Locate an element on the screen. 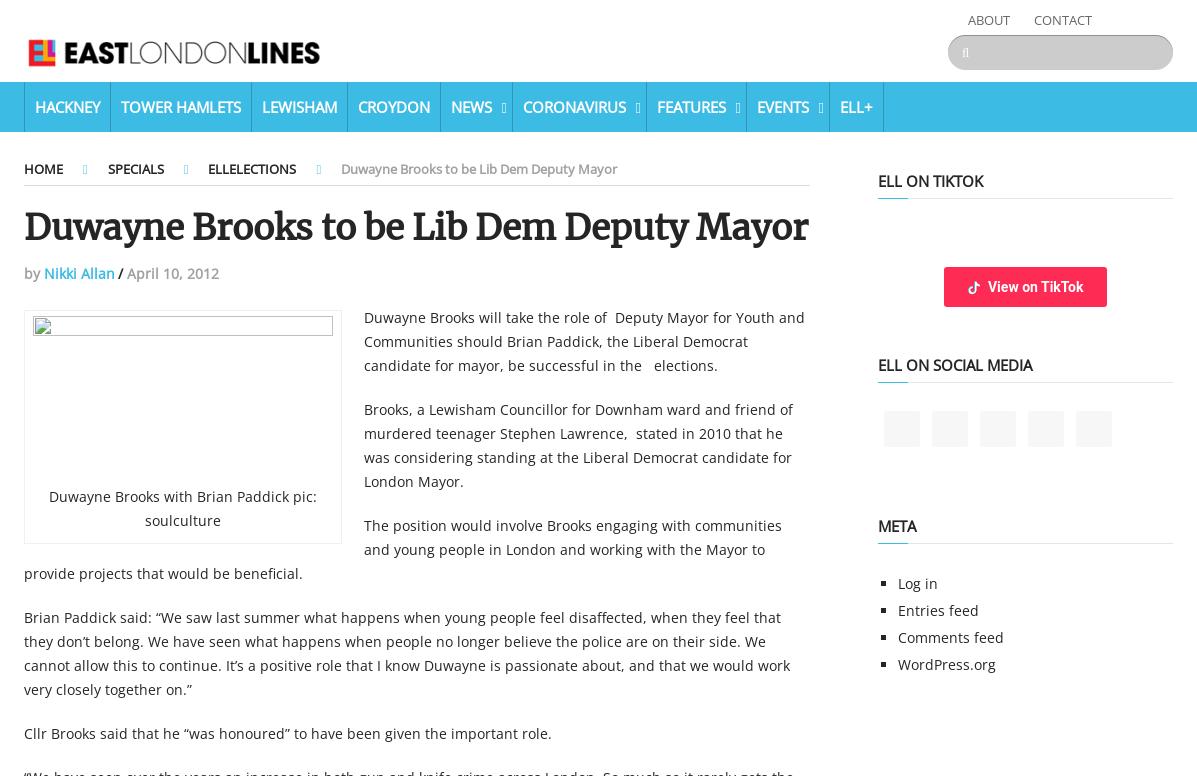 The width and height of the screenshot is (1197, 776). 'View on TikTok' is located at coordinates (1035, 285).